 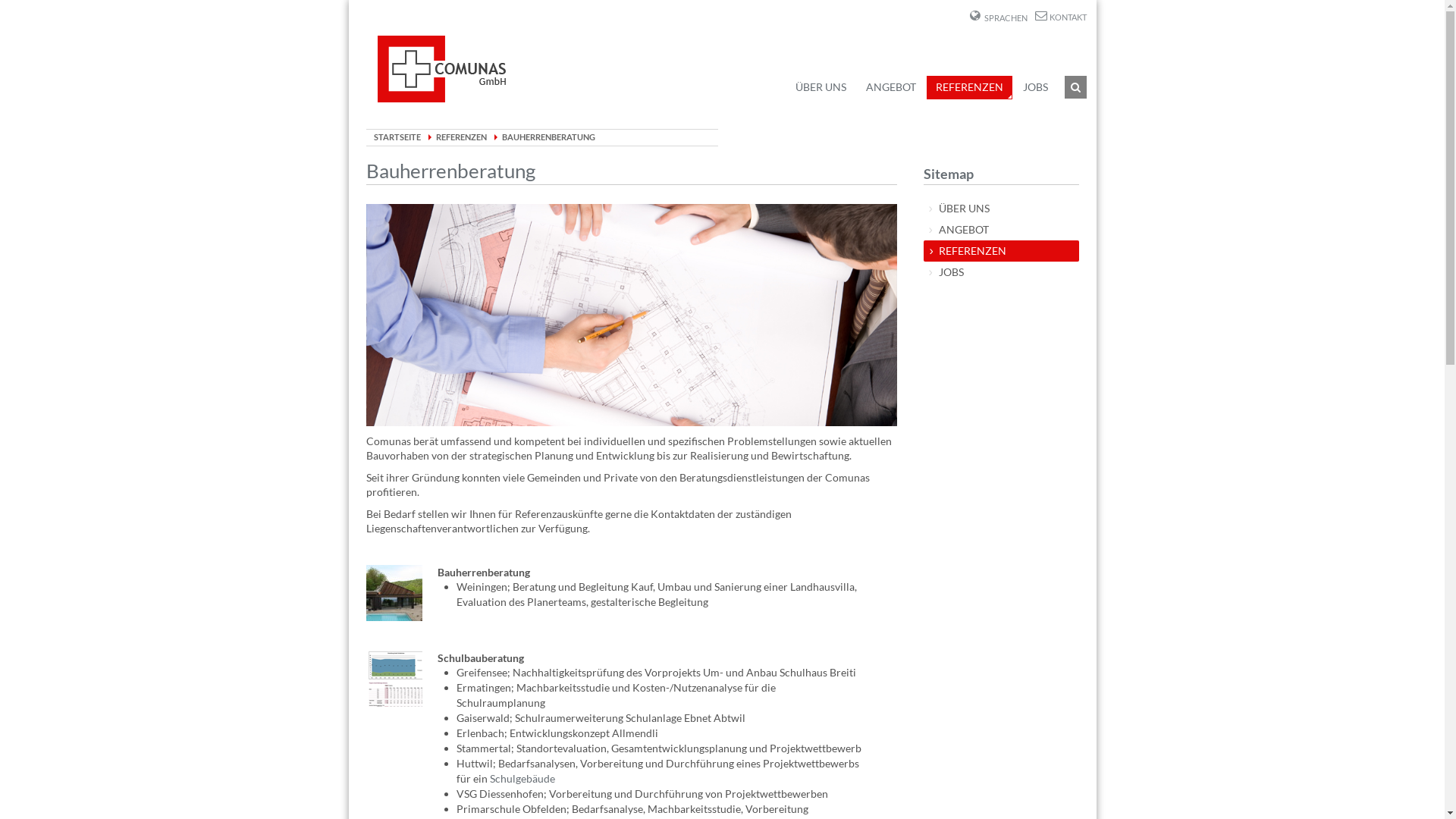 I want to click on 'ANGEBOT', so click(x=891, y=87).